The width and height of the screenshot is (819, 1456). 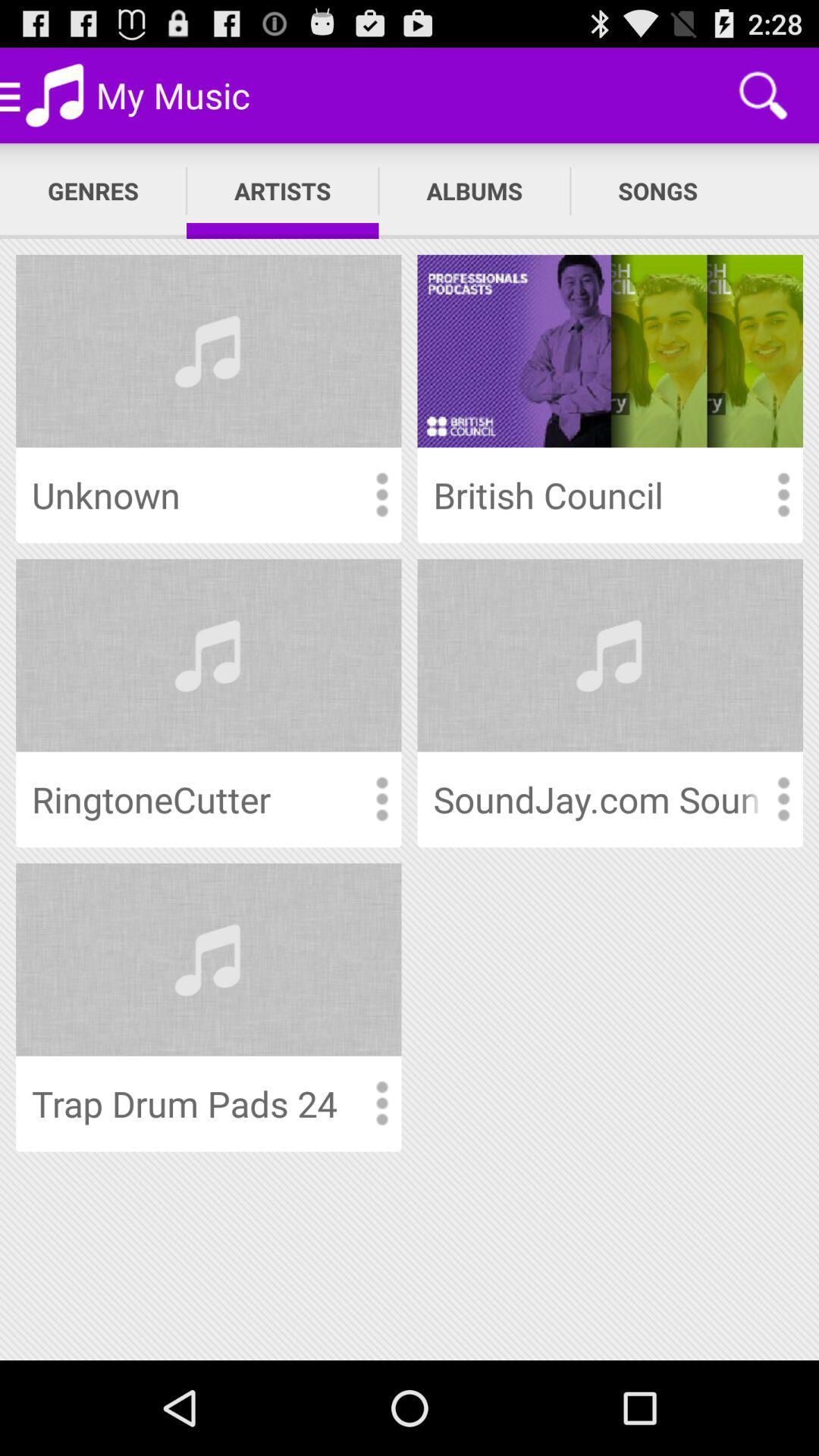 I want to click on icon to the left of the songs, so click(x=473, y=190).